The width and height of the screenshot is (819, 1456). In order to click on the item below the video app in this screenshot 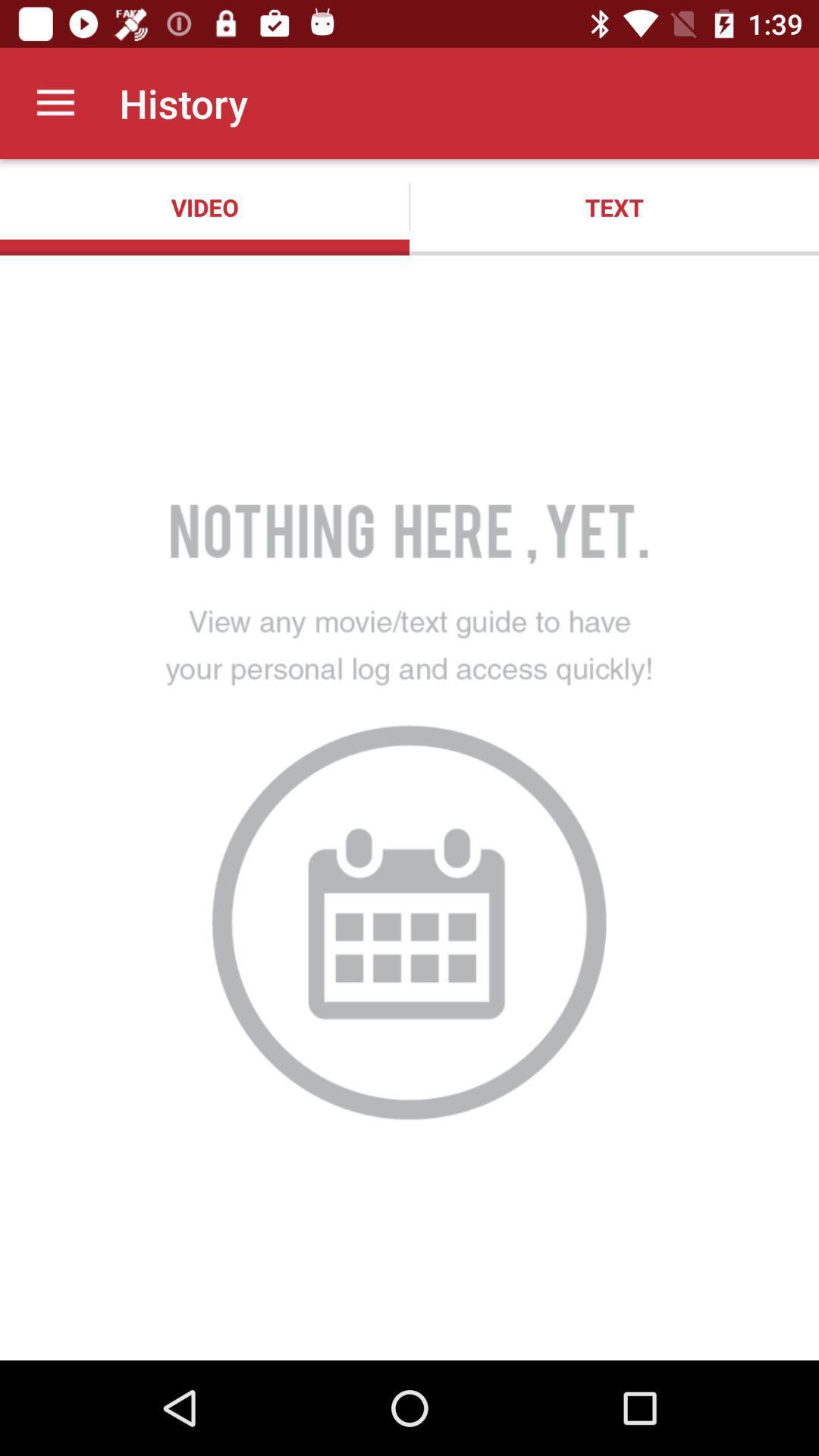, I will do `click(409, 807)`.